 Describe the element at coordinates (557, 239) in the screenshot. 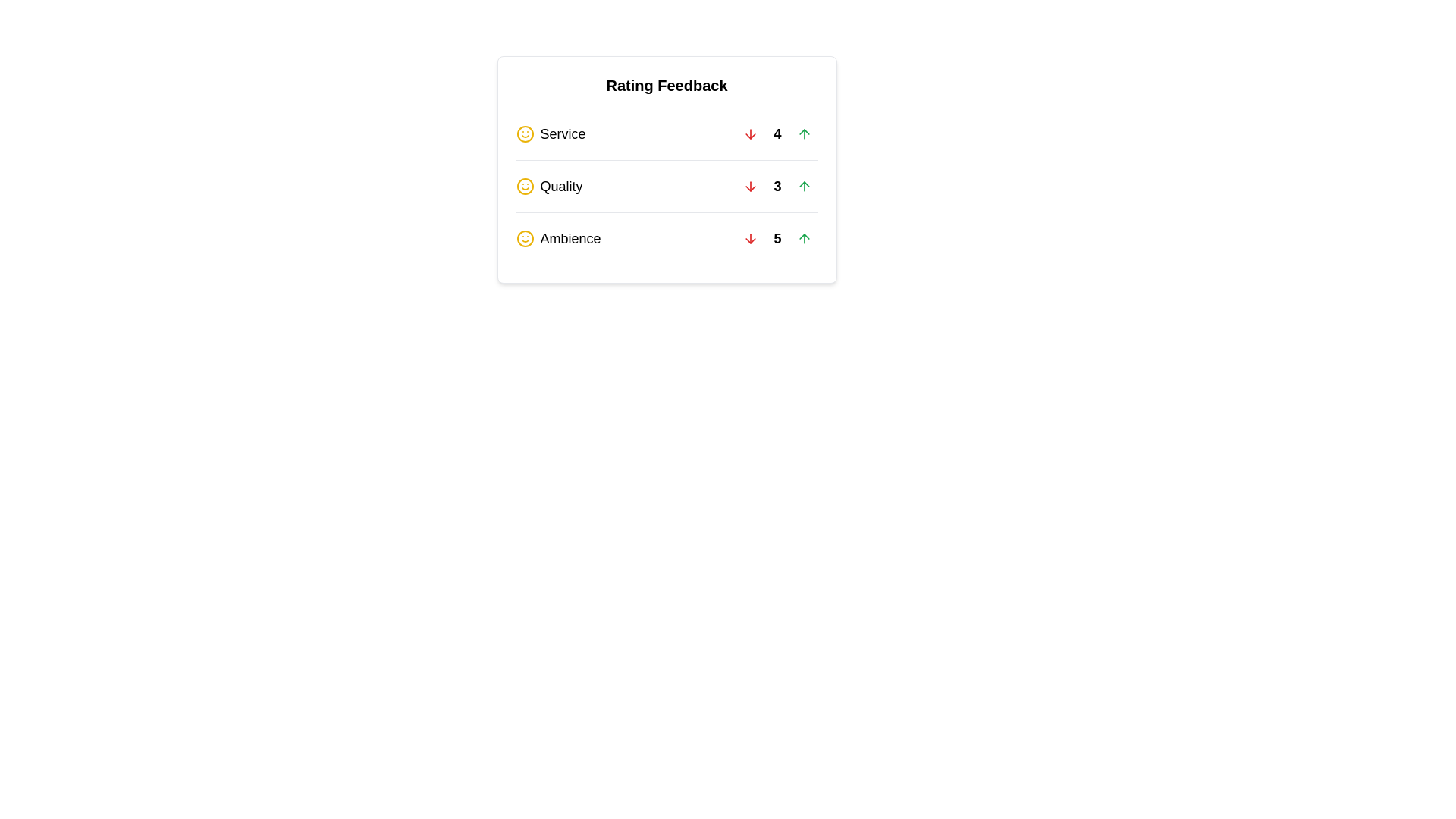

I see `the label displaying a yellow smiley face icon and the text 'Ambience', which is the last item in a vertical list of rating options aligned to the left` at that location.